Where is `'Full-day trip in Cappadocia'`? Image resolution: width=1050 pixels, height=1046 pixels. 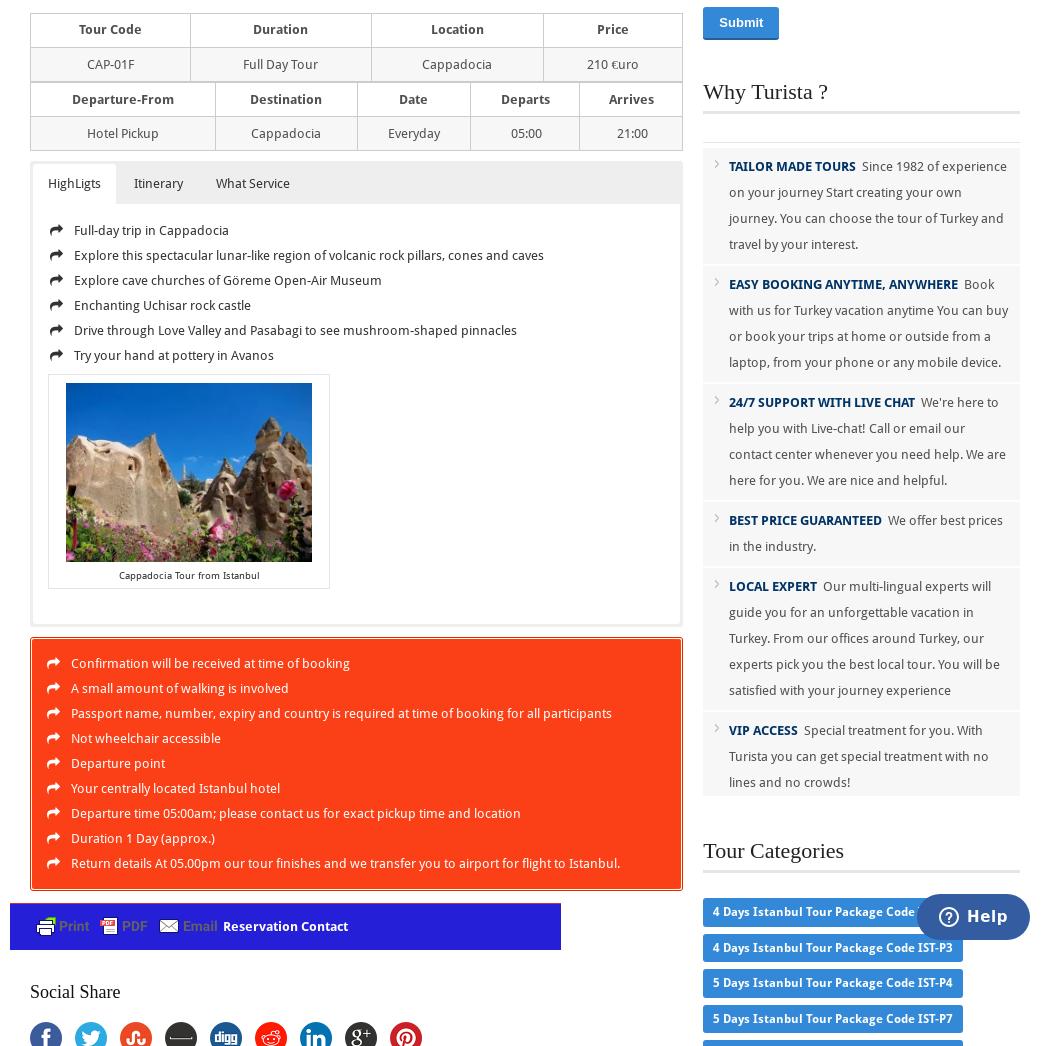 'Full-day trip in Cappadocia' is located at coordinates (73, 229).